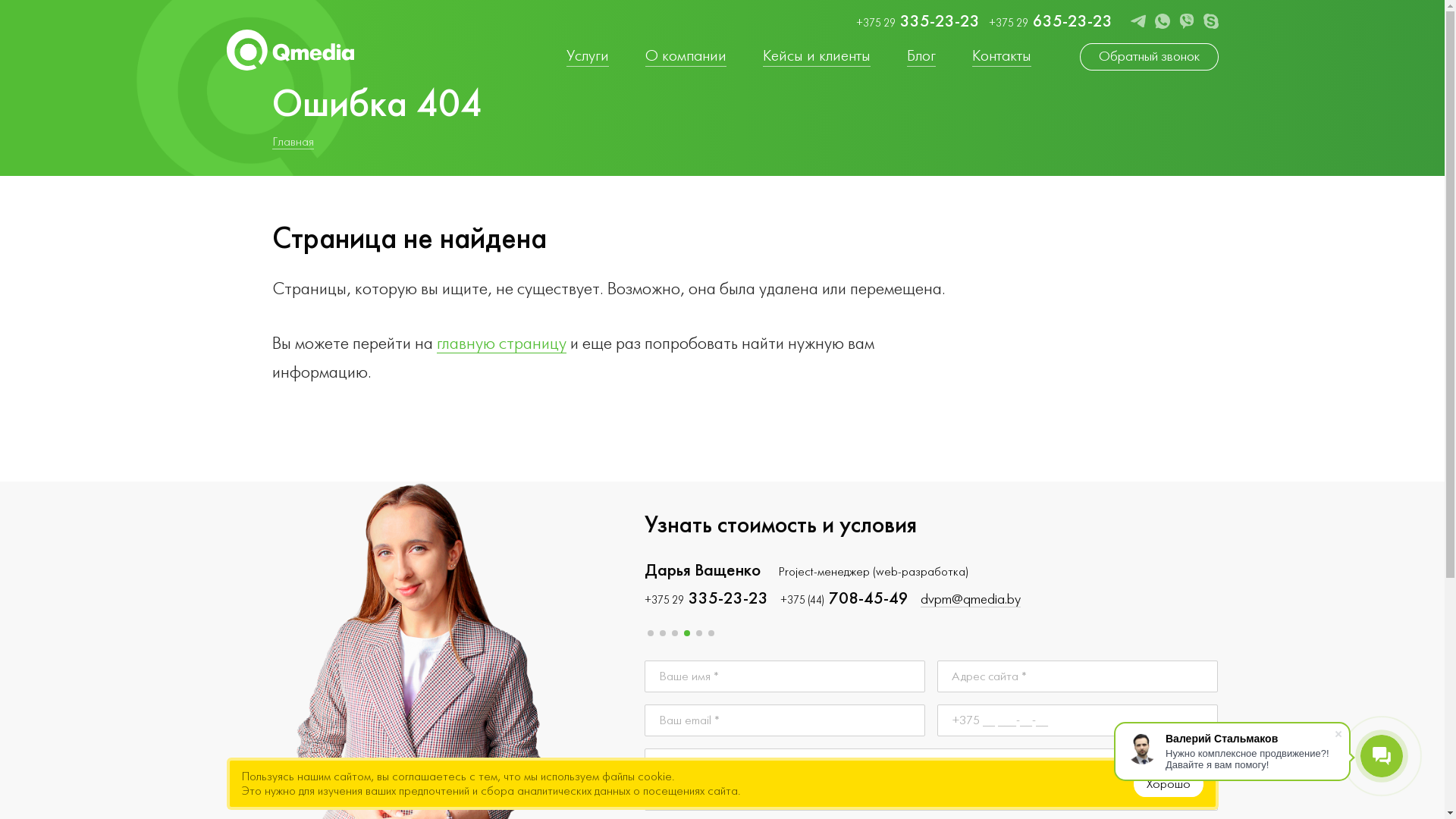 The image size is (1456, 819). I want to click on '+375 29 335-23-23', so click(841, 598).